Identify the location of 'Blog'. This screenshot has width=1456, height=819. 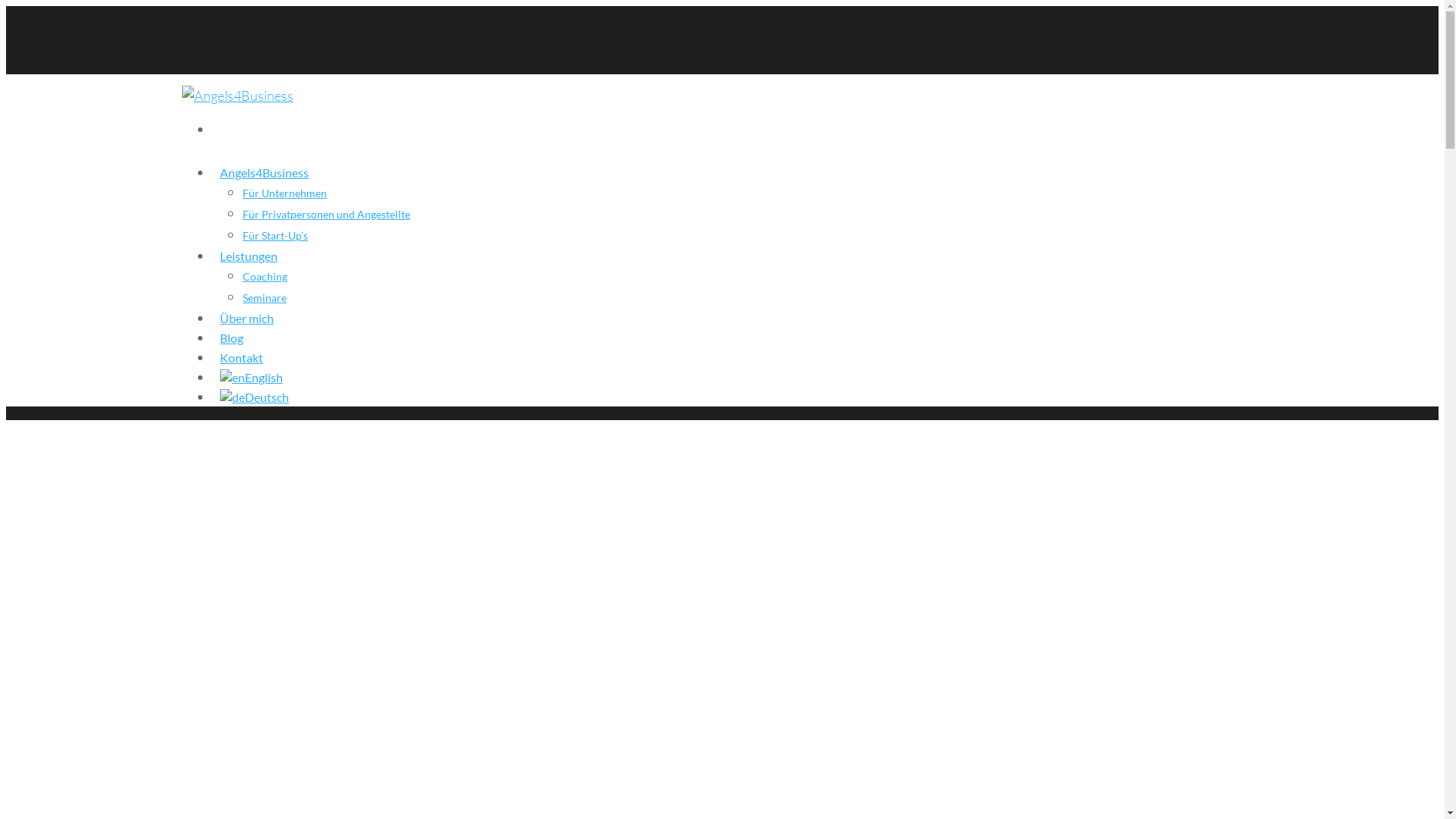
(218, 343).